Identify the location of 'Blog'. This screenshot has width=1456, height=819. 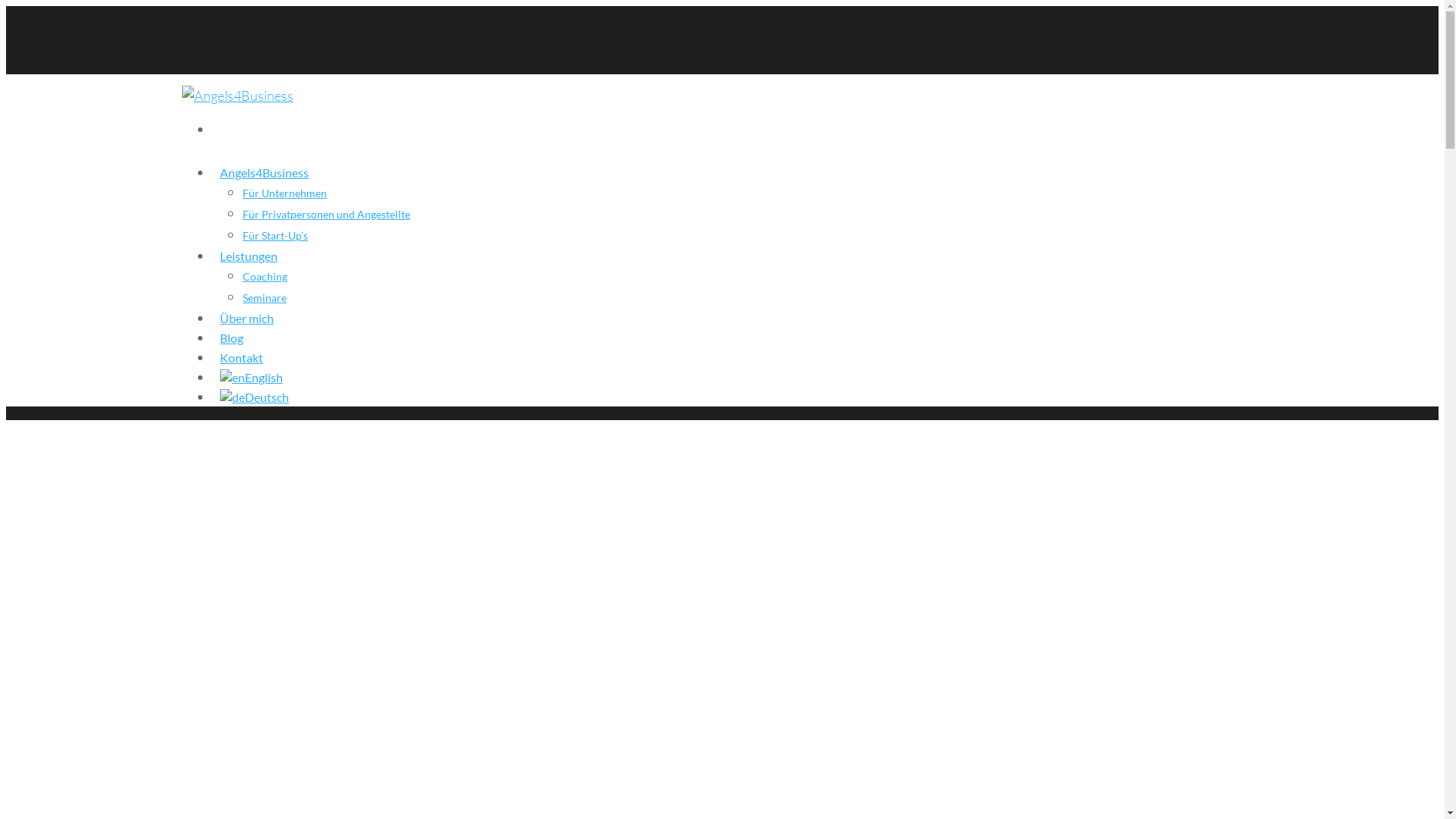
(218, 343).